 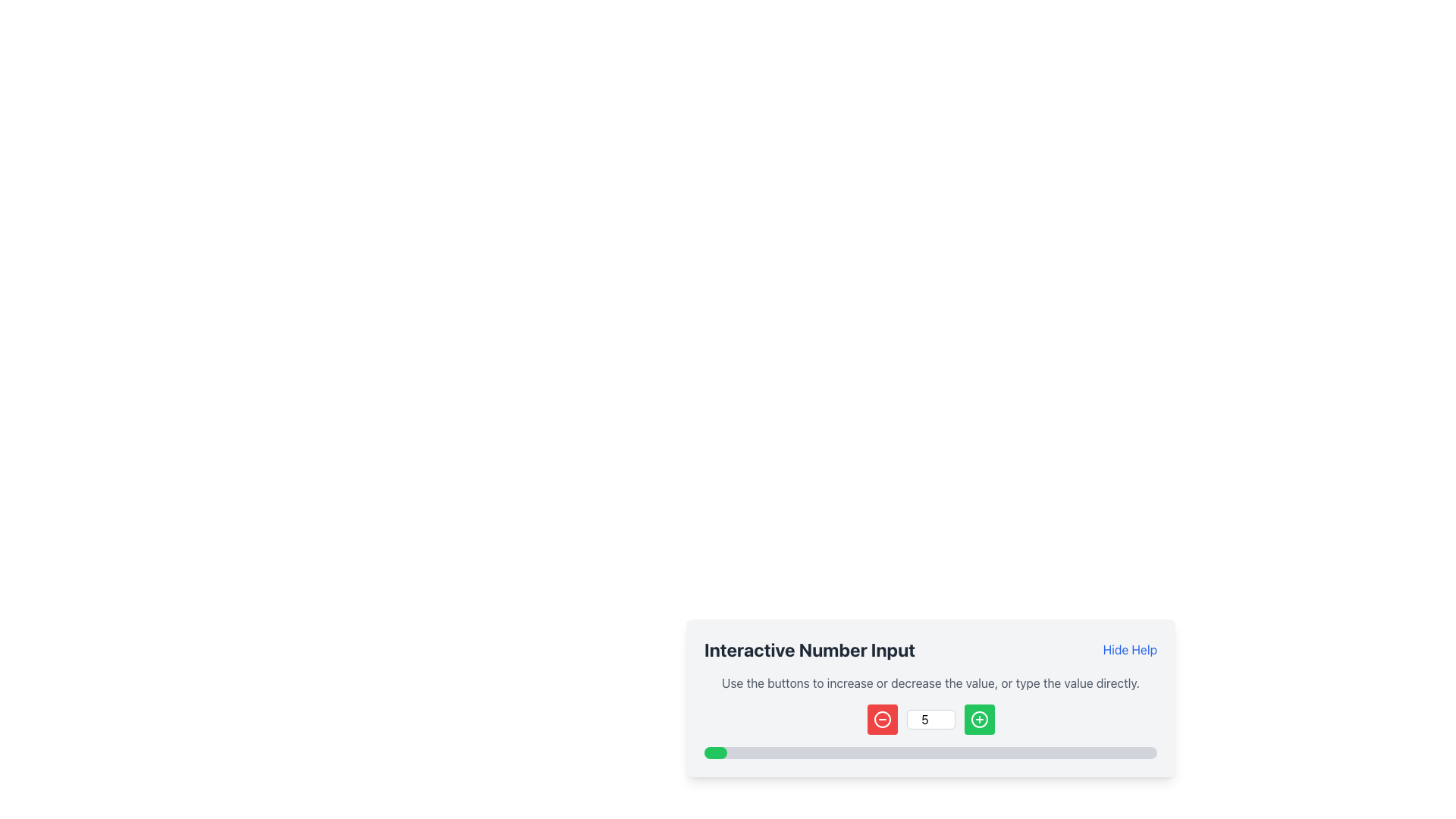 I want to click on the Progress Indicator, which visually represents the progress of a task and is located at the bottom of the interface layout, so click(x=714, y=752).